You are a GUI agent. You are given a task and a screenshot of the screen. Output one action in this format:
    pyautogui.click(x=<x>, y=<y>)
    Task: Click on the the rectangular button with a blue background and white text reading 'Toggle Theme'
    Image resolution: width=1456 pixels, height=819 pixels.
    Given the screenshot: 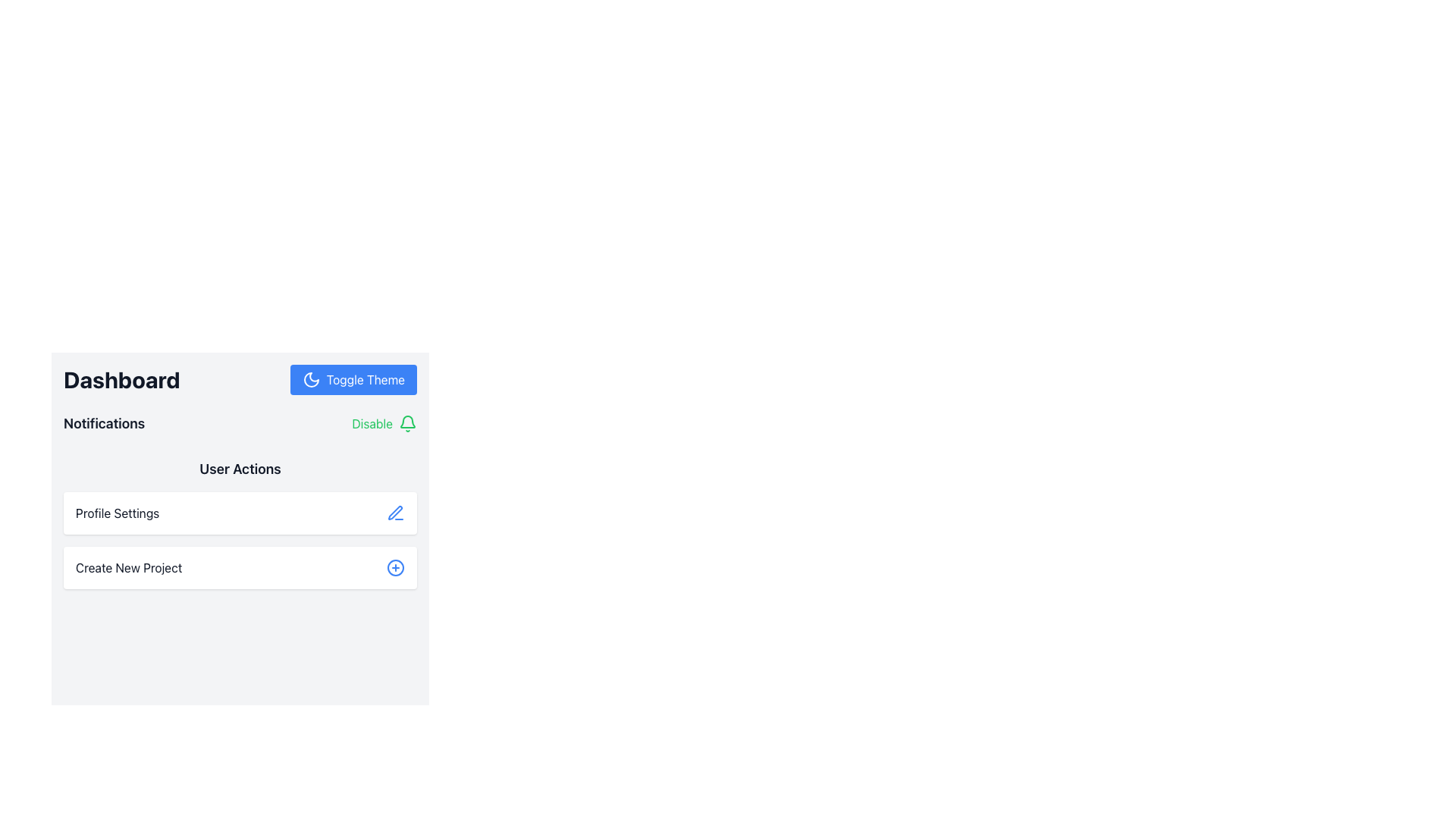 What is the action you would take?
    pyautogui.click(x=353, y=379)
    